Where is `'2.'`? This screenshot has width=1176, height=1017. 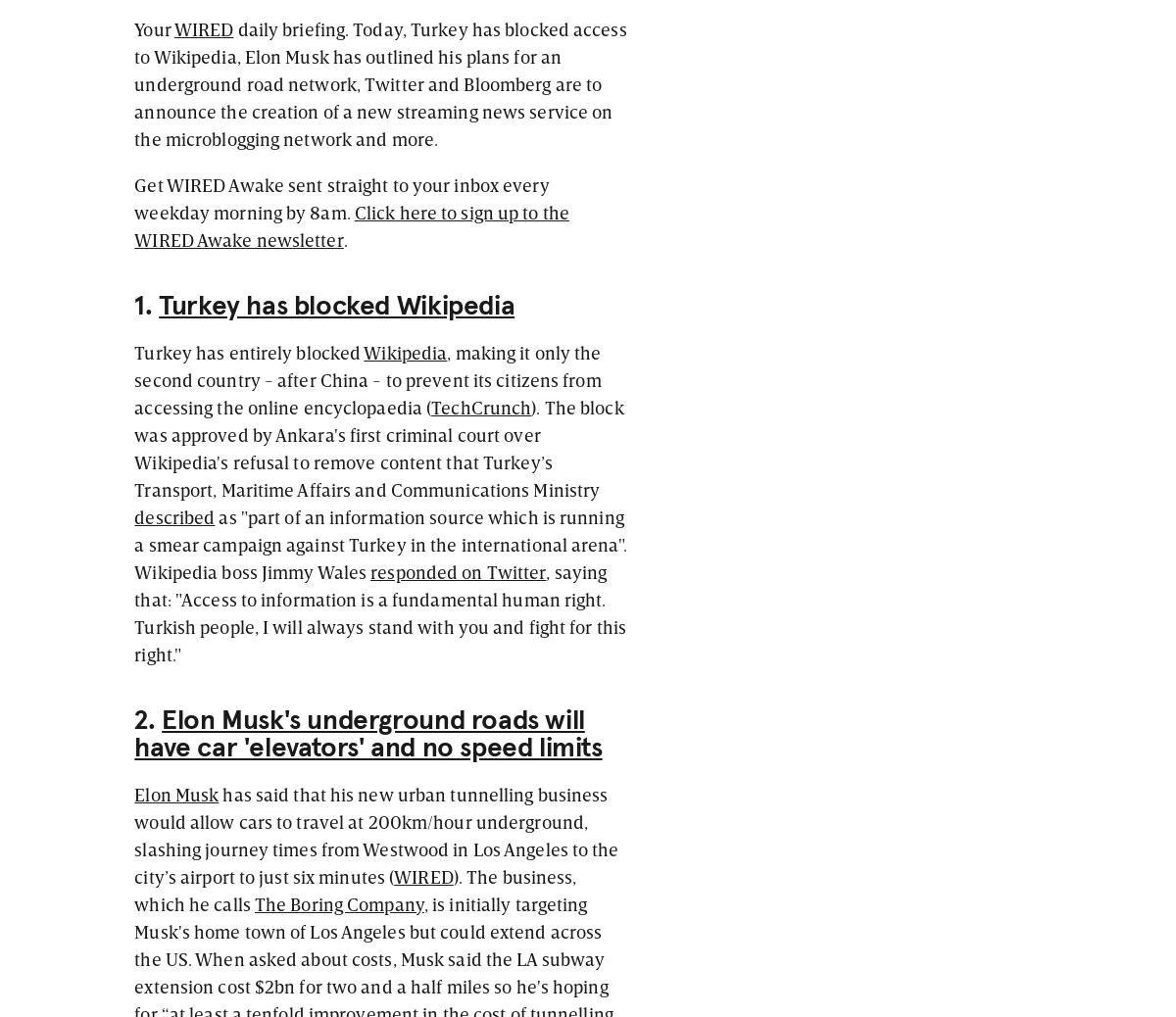 '2.' is located at coordinates (147, 719).